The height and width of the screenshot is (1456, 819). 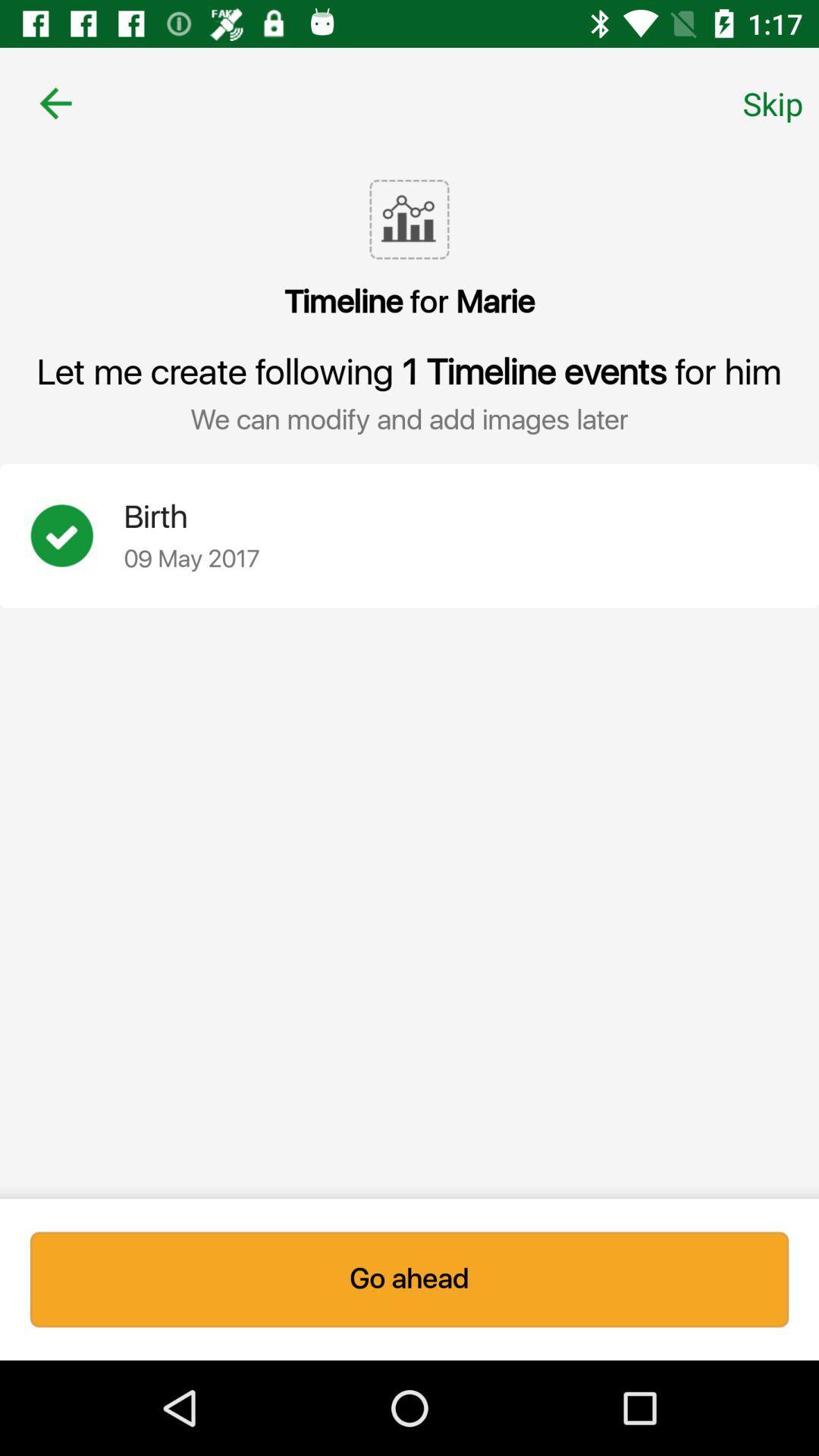 What do you see at coordinates (55, 102) in the screenshot?
I see `the icon to the left of skip item` at bounding box center [55, 102].